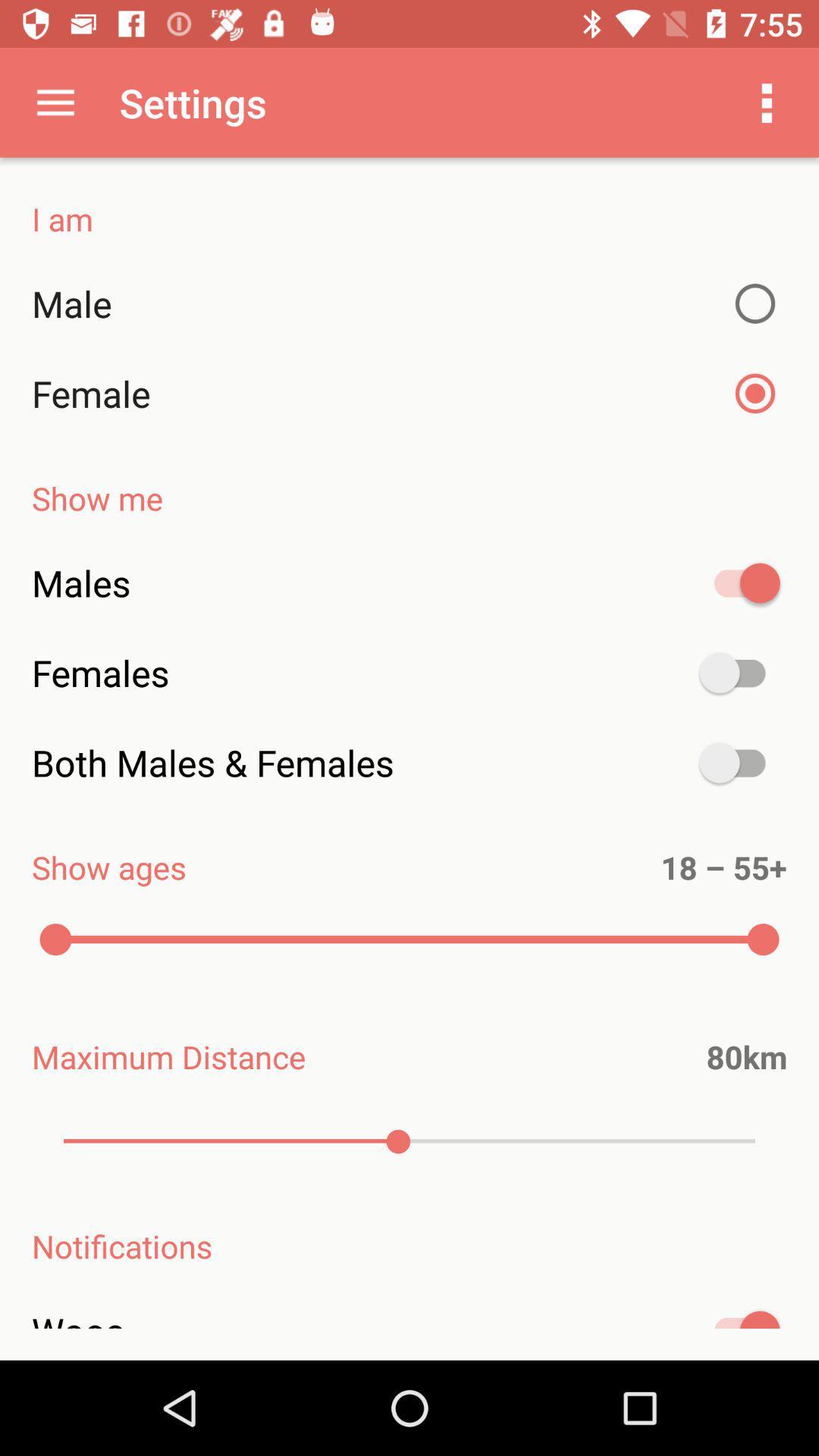 Image resolution: width=819 pixels, height=1456 pixels. I want to click on both males & females icon, so click(409, 763).